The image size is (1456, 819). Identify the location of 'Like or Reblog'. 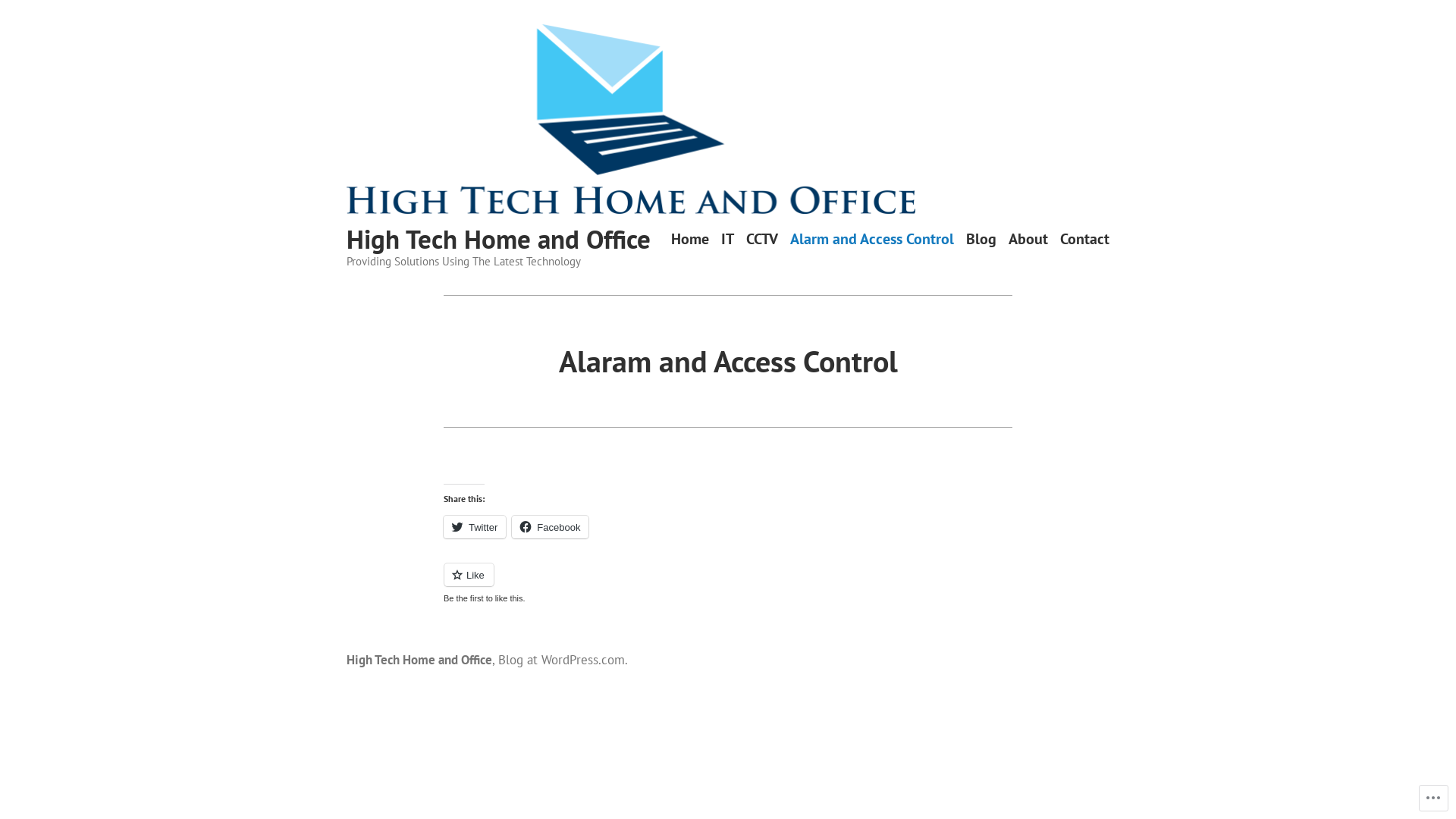
(443, 582).